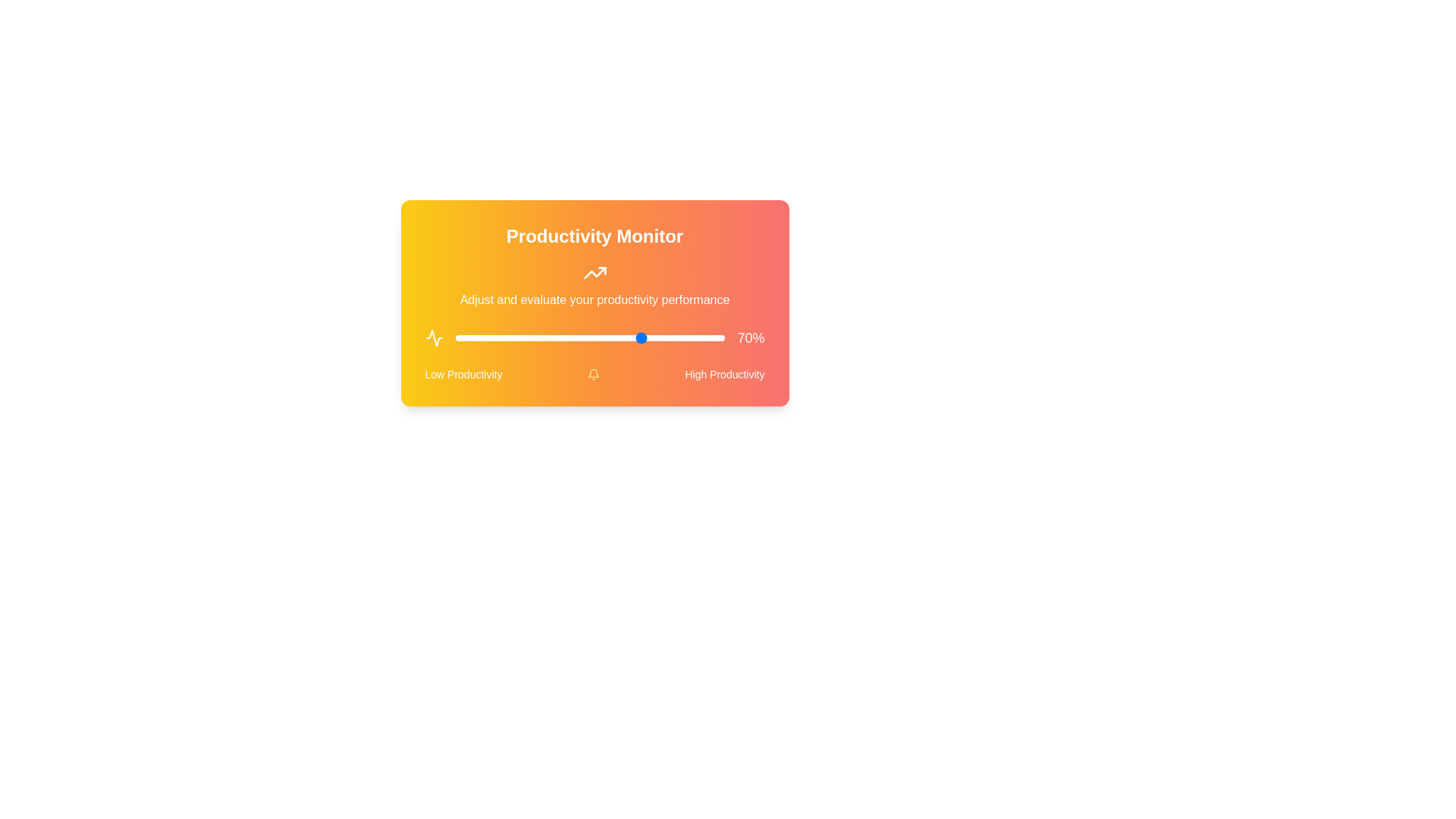  I want to click on the slider to set the productivity value to 94, so click(708, 337).